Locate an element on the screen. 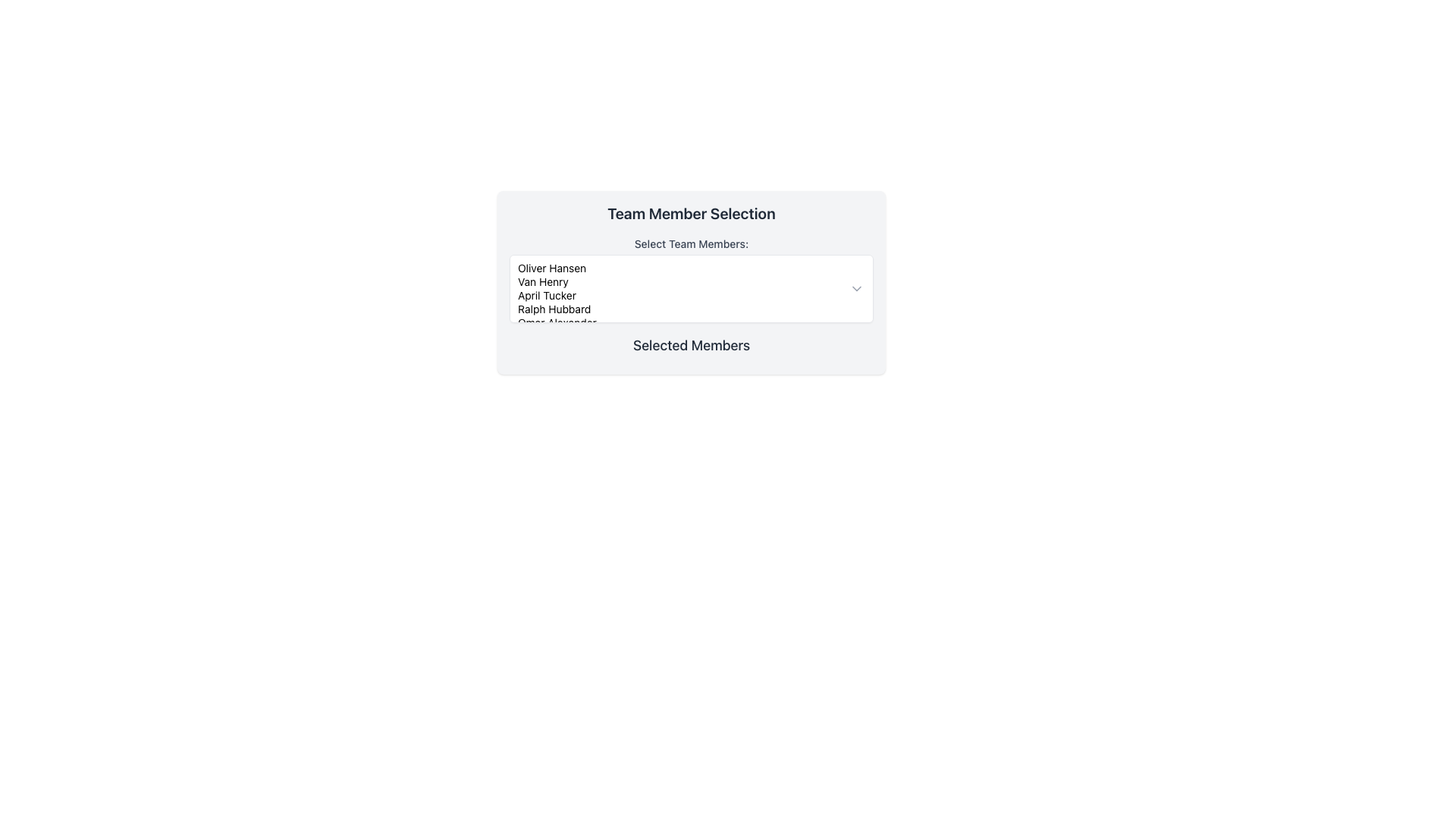  the fourth option in the dropdown menu that allows the selection of a team member, positioned between 'April Tucker' and 'Omar Alexander' is located at coordinates (679, 309).